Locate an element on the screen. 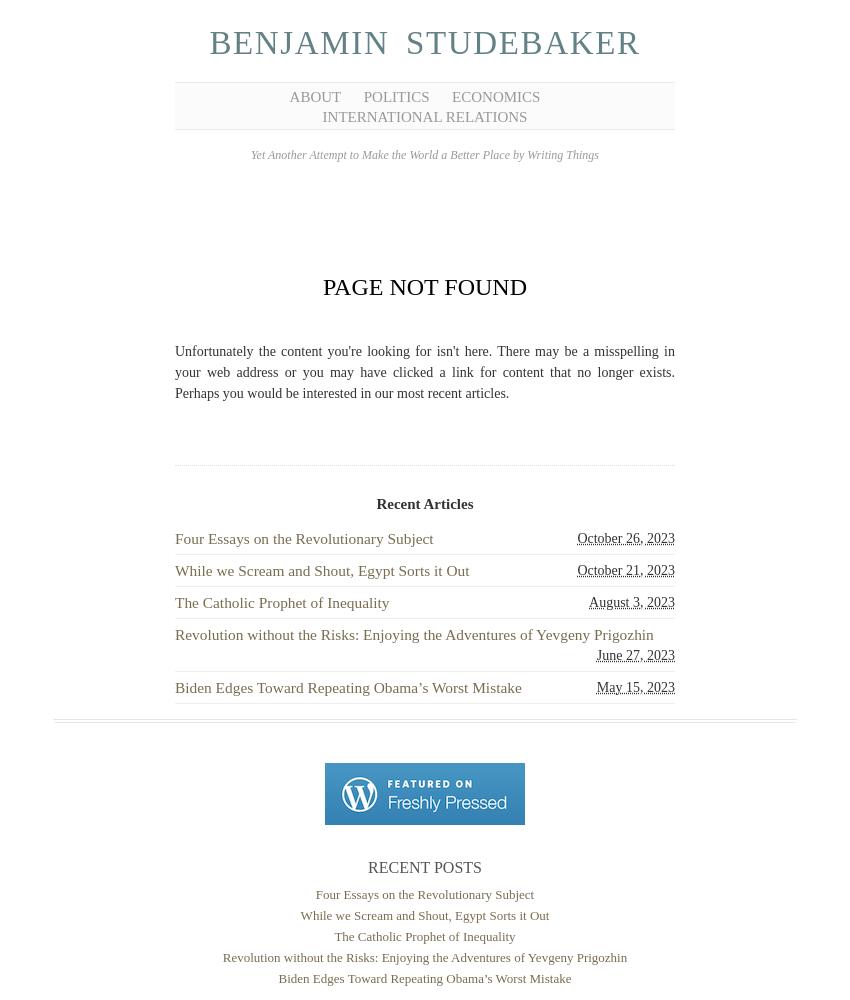 This screenshot has width=850, height=1000. 'October 21, 2023' is located at coordinates (625, 568).